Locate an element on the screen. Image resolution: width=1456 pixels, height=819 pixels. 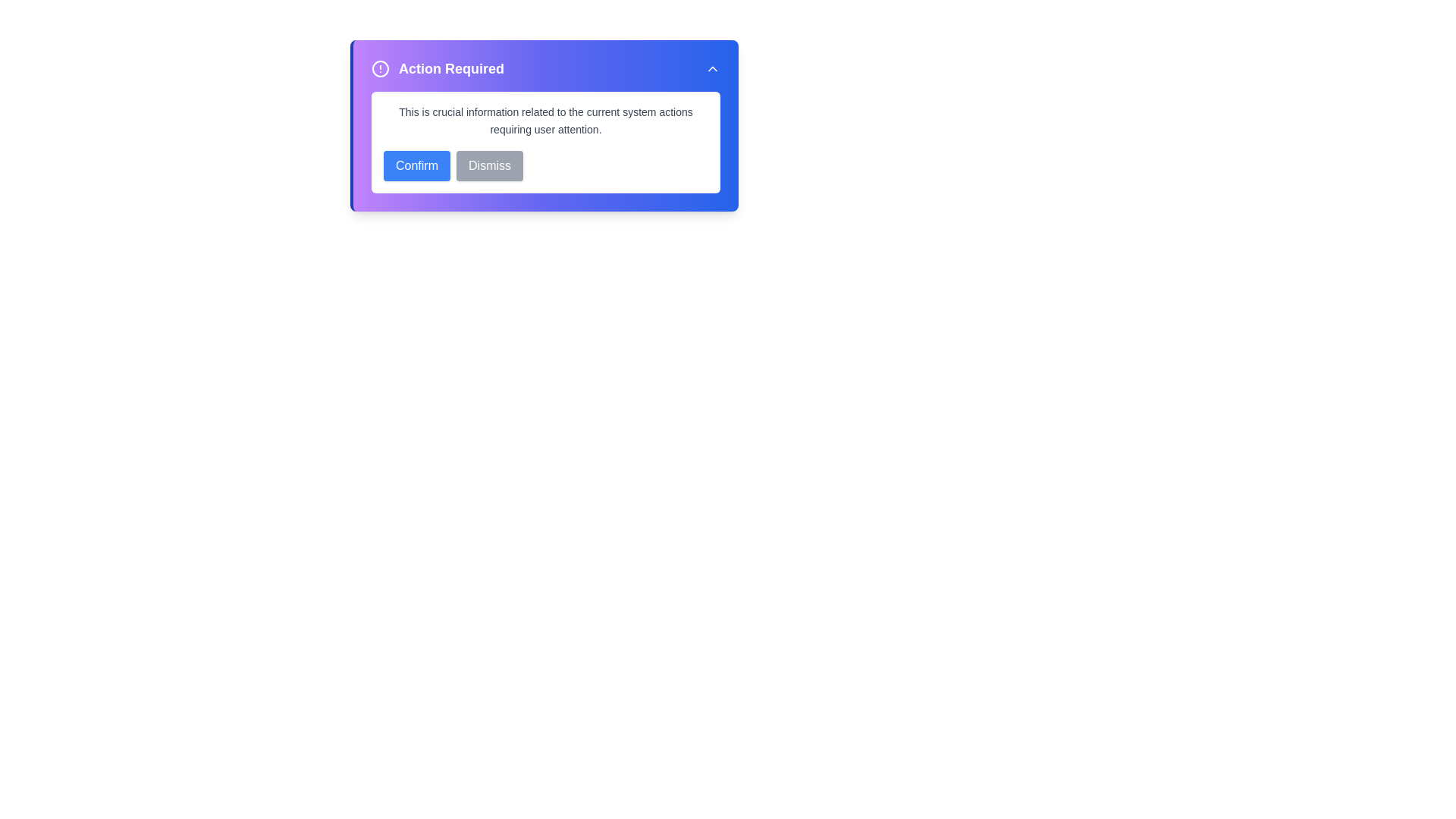
the 'Confirm' button to acknowledge the information is located at coordinates (417, 165).